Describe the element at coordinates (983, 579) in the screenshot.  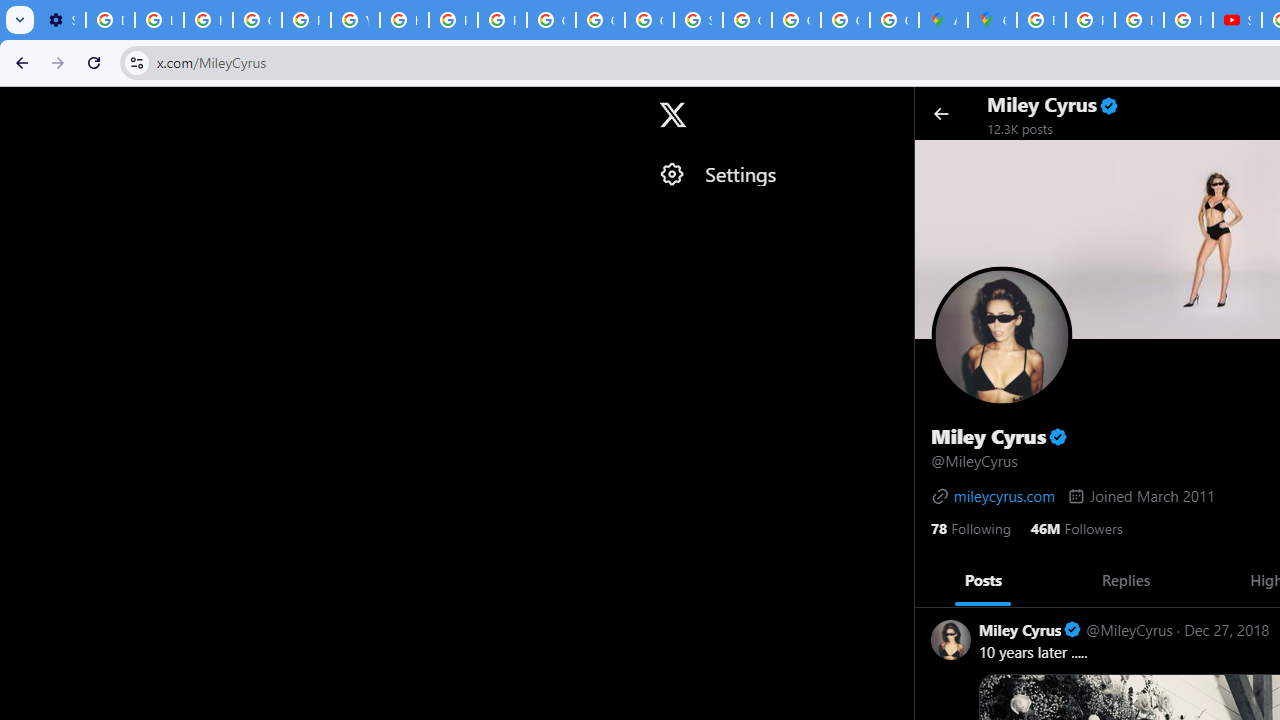
I see `'Posts'` at that location.